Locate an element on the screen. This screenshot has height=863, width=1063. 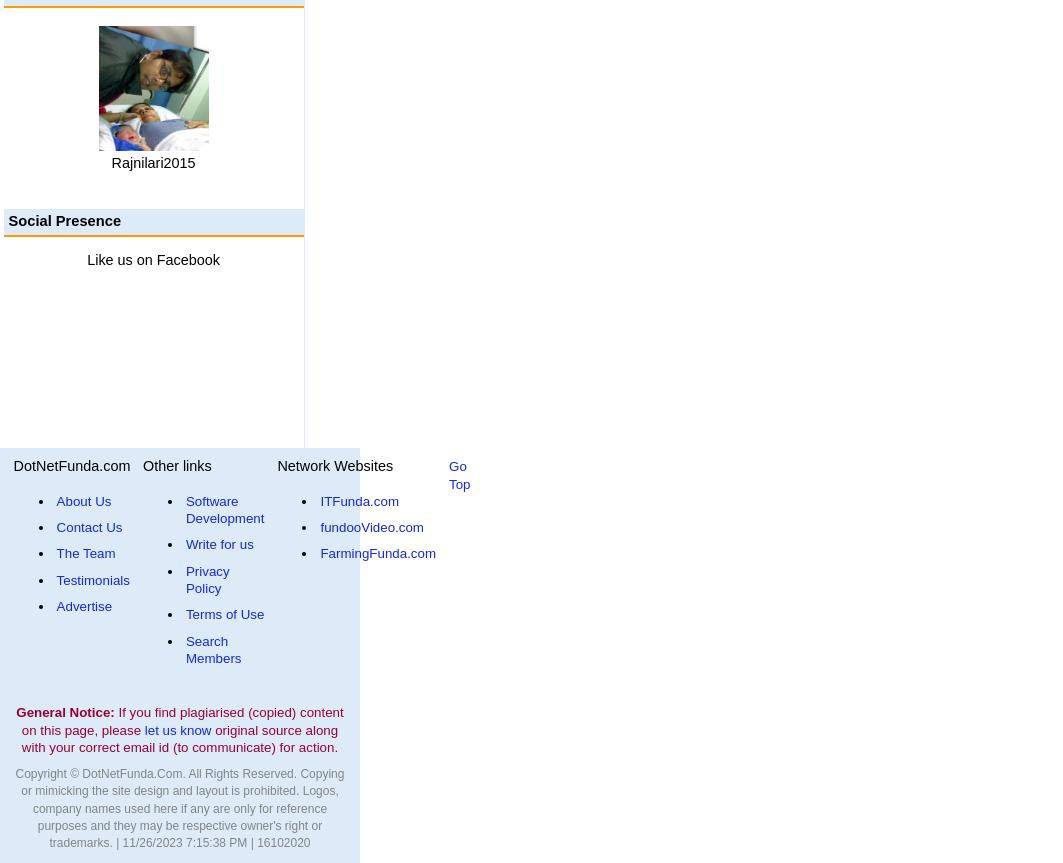
'Rajnilari2015' is located at coordinates (152, 160).